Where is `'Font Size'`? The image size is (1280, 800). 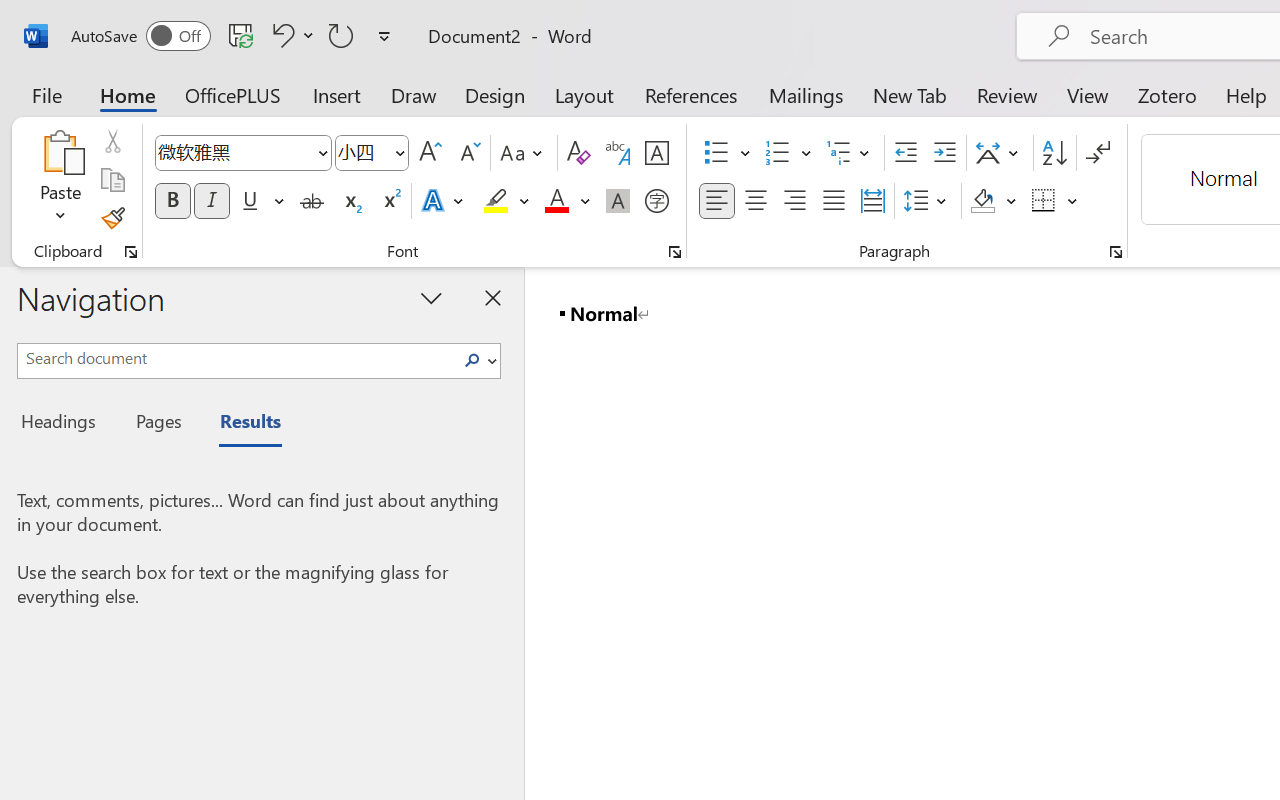
'Font Size' is located at coordinates (372, 153).